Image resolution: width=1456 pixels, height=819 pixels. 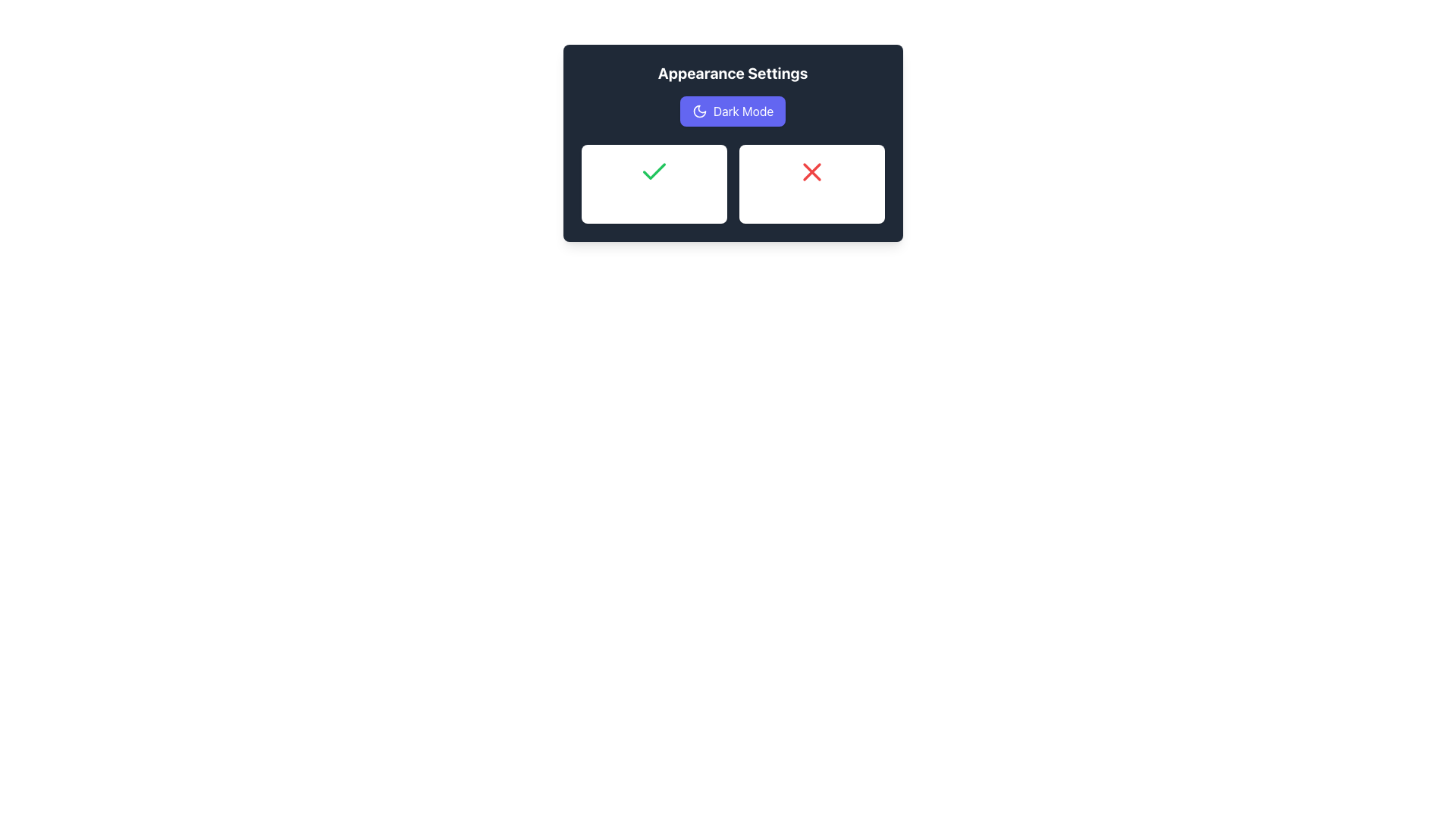 What do you see at coordinates (743, 110) in the screenshot?
I see `text of the descriptive label indicating the purpose of toggling the 'Dark Mode' feature, which is located within the button to the right of the moon icon` at bounding box center [743, 110].